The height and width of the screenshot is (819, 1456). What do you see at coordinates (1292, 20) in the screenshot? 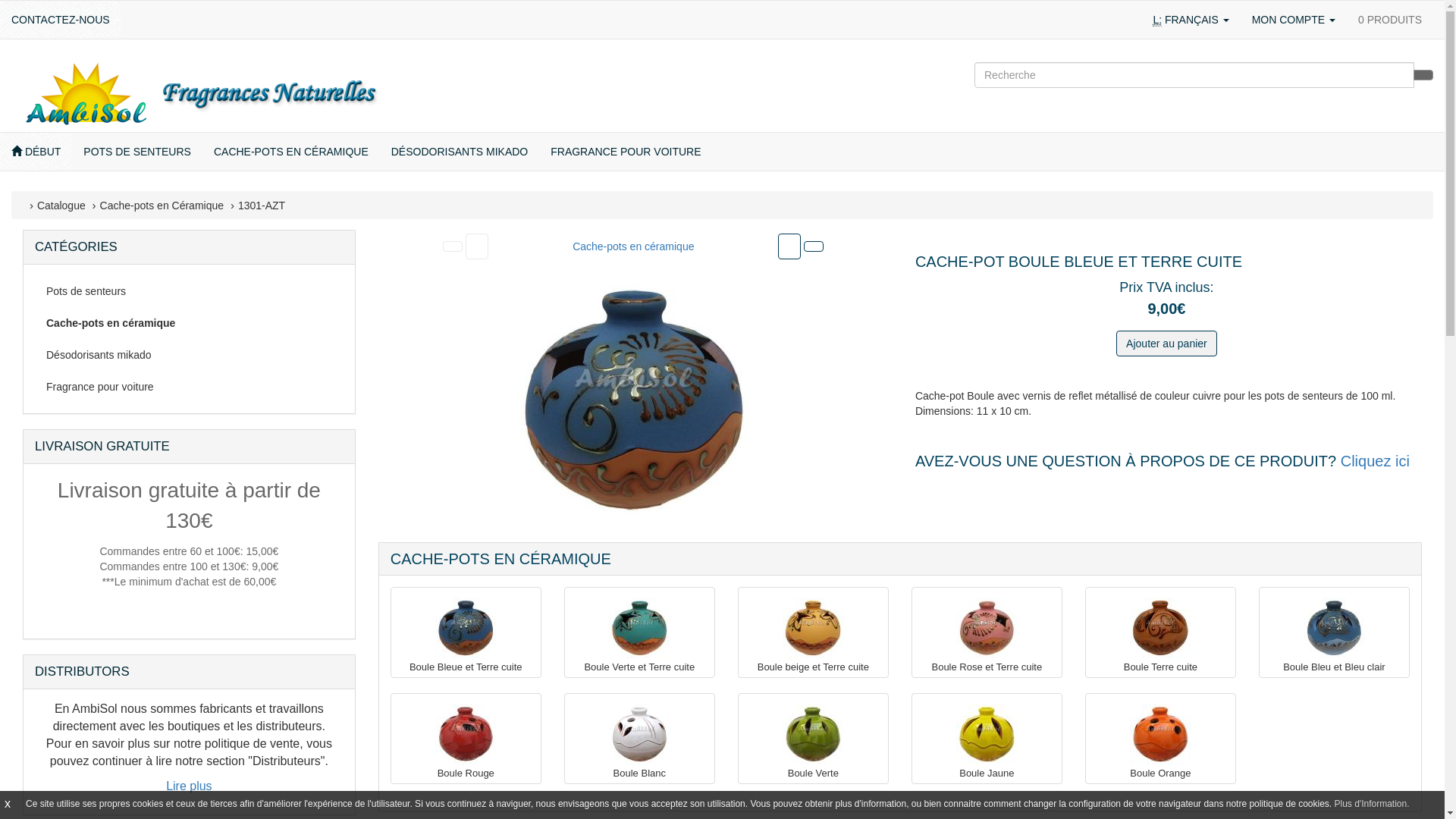
I see `'MON COMPTE'` at bounding box center [1292, 20].